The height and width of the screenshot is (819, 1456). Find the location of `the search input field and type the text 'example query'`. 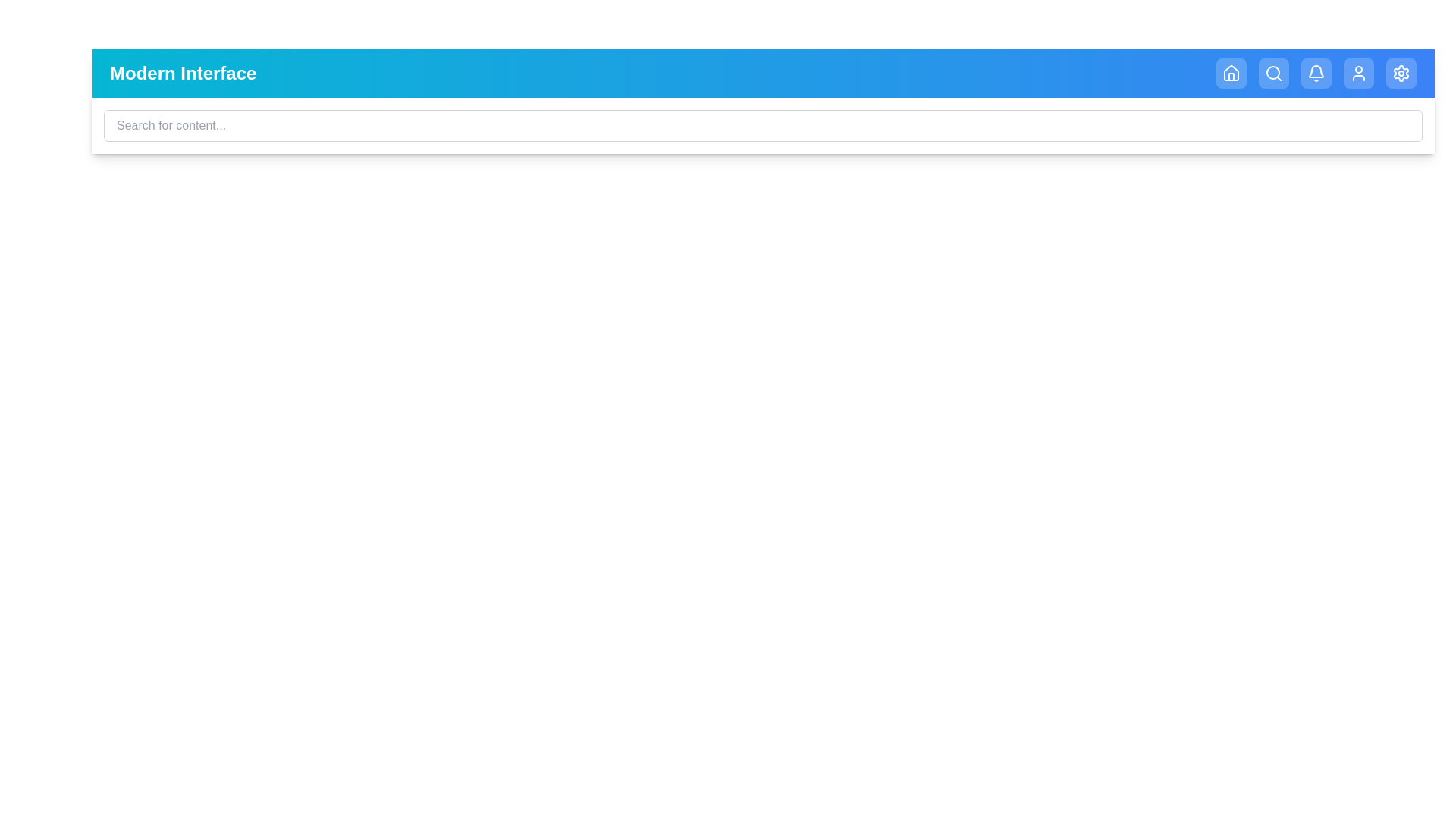

the search input field and type the text 'example query' is located at coordinates (763, 124).